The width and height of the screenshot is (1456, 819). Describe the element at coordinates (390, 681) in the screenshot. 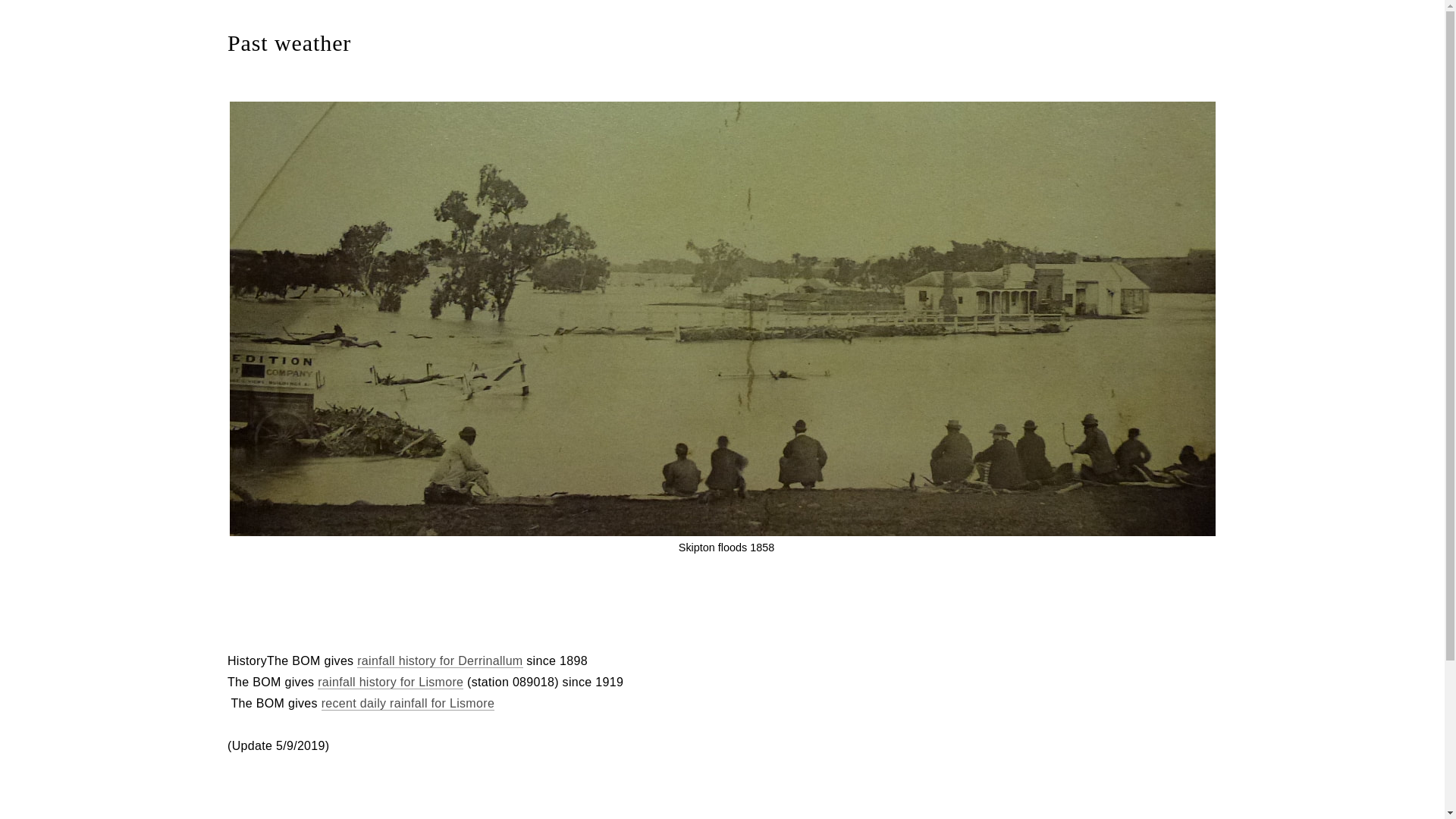

I see `'rainfall history for Lismore'` at that location.